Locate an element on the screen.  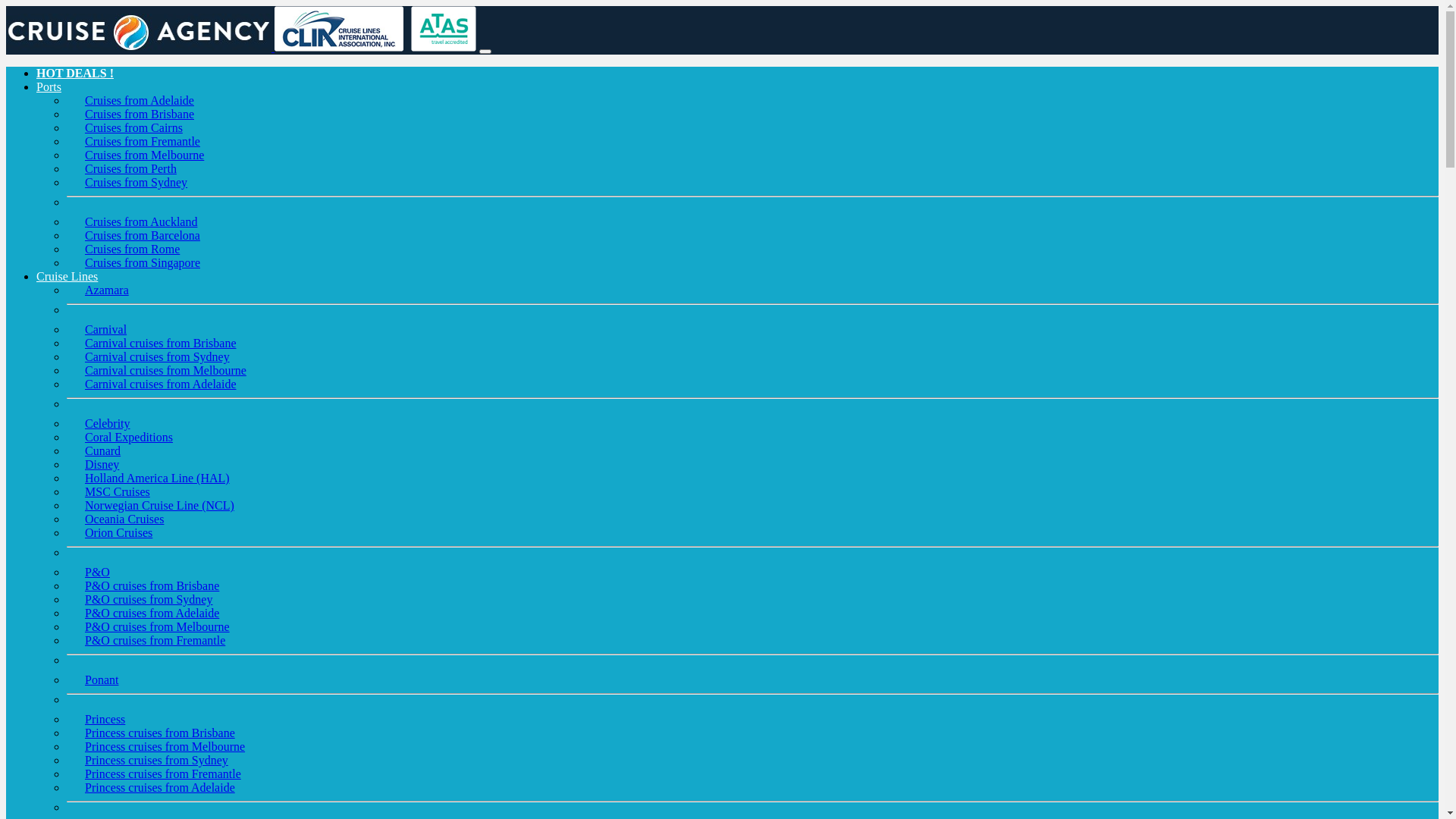
'Cruises from Barcelona' is located at coordinates (65, 235).